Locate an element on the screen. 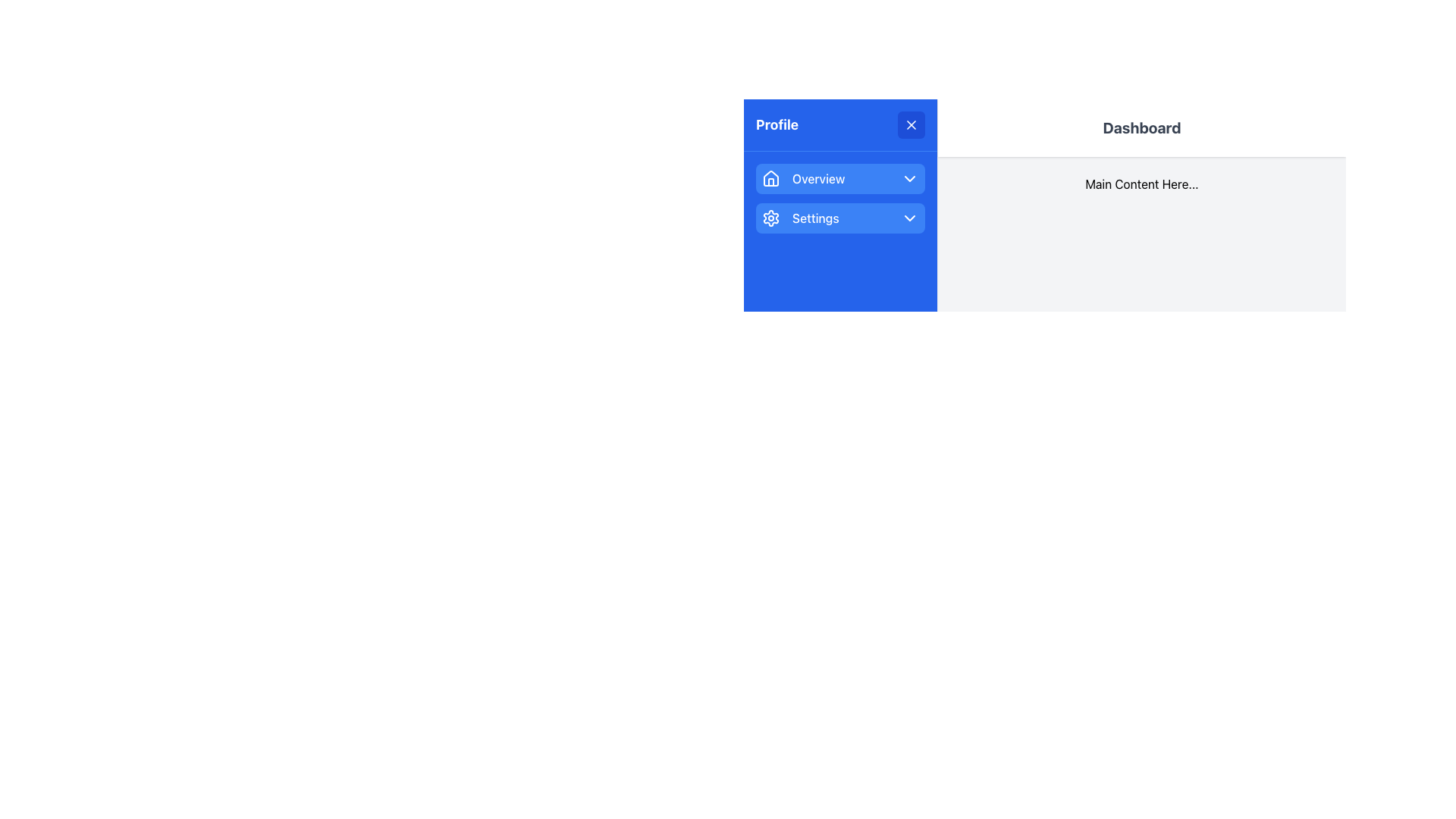  bold text 'Profile' located in the blue background header area of the menu, positioned at the top-left of the interface is located at coordinates (777, 124).